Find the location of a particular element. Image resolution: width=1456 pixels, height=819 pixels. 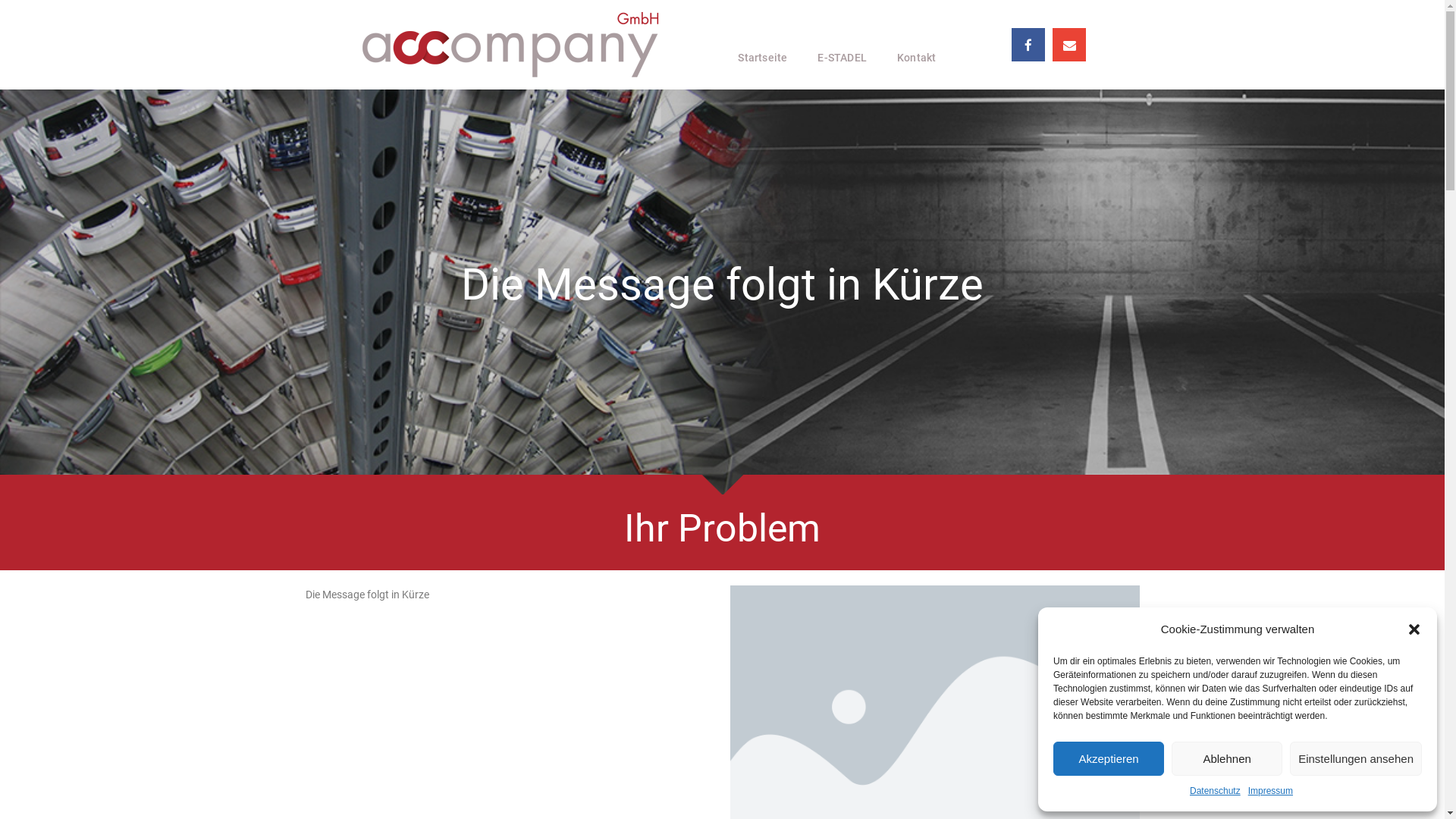

'Impressum' is located at coordinates (1270, 791).